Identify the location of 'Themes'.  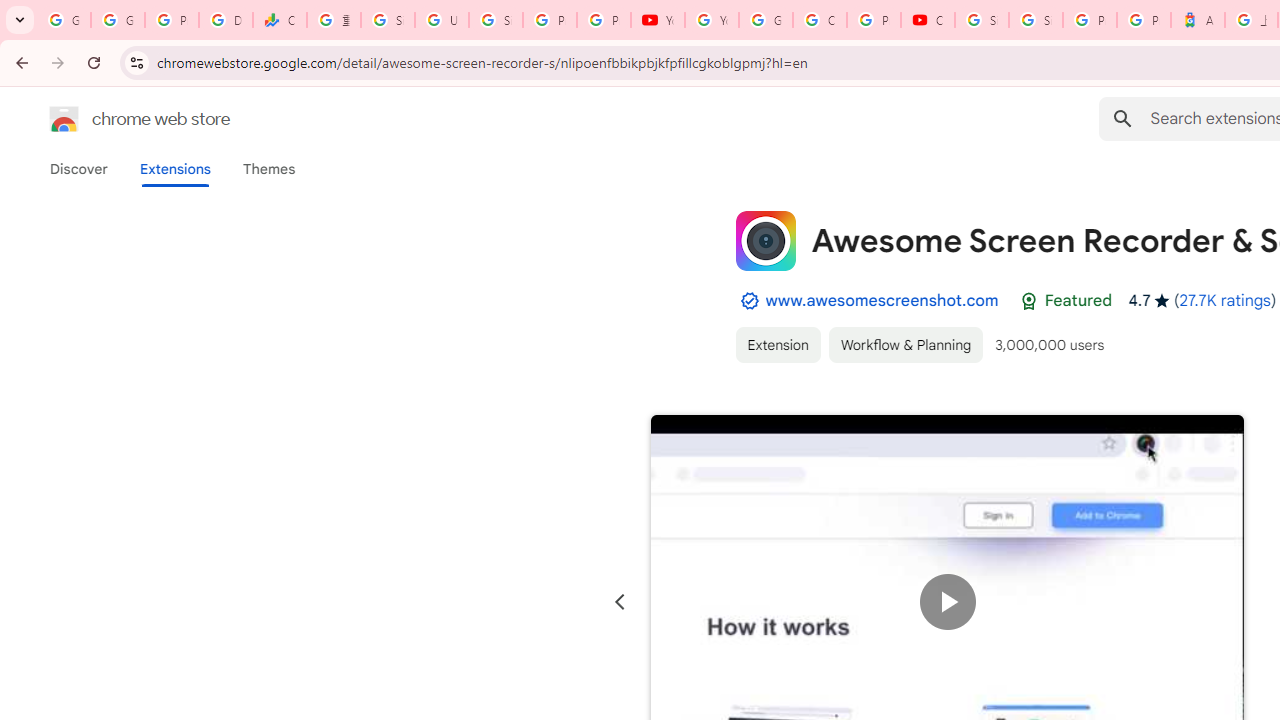
(268, 168).